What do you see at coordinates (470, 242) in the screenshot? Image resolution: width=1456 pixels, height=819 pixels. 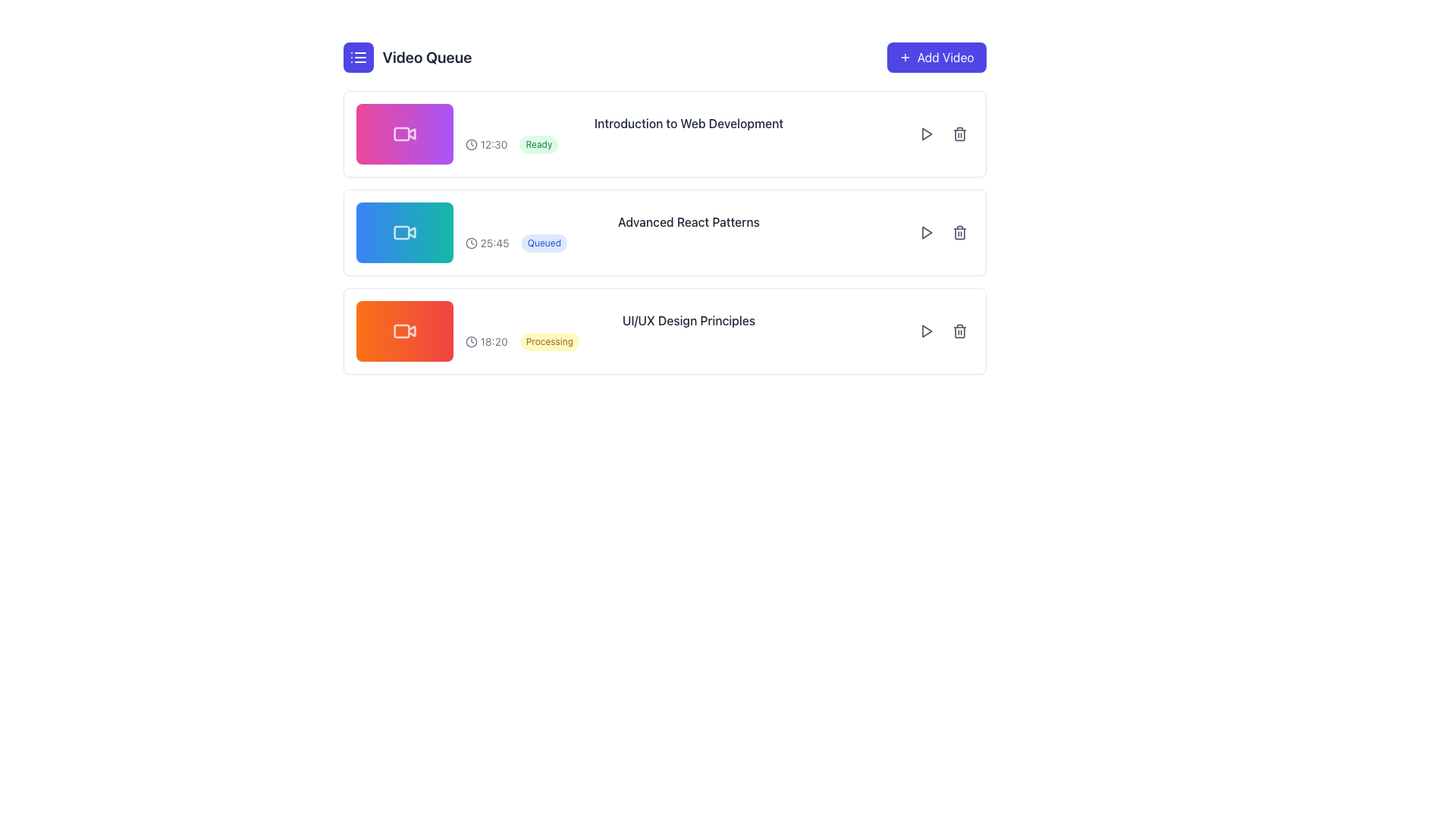 I see `the circular clock icon located beside the time label '25:45' in the second row of the video queue layout` at bounding box center [470, 242].